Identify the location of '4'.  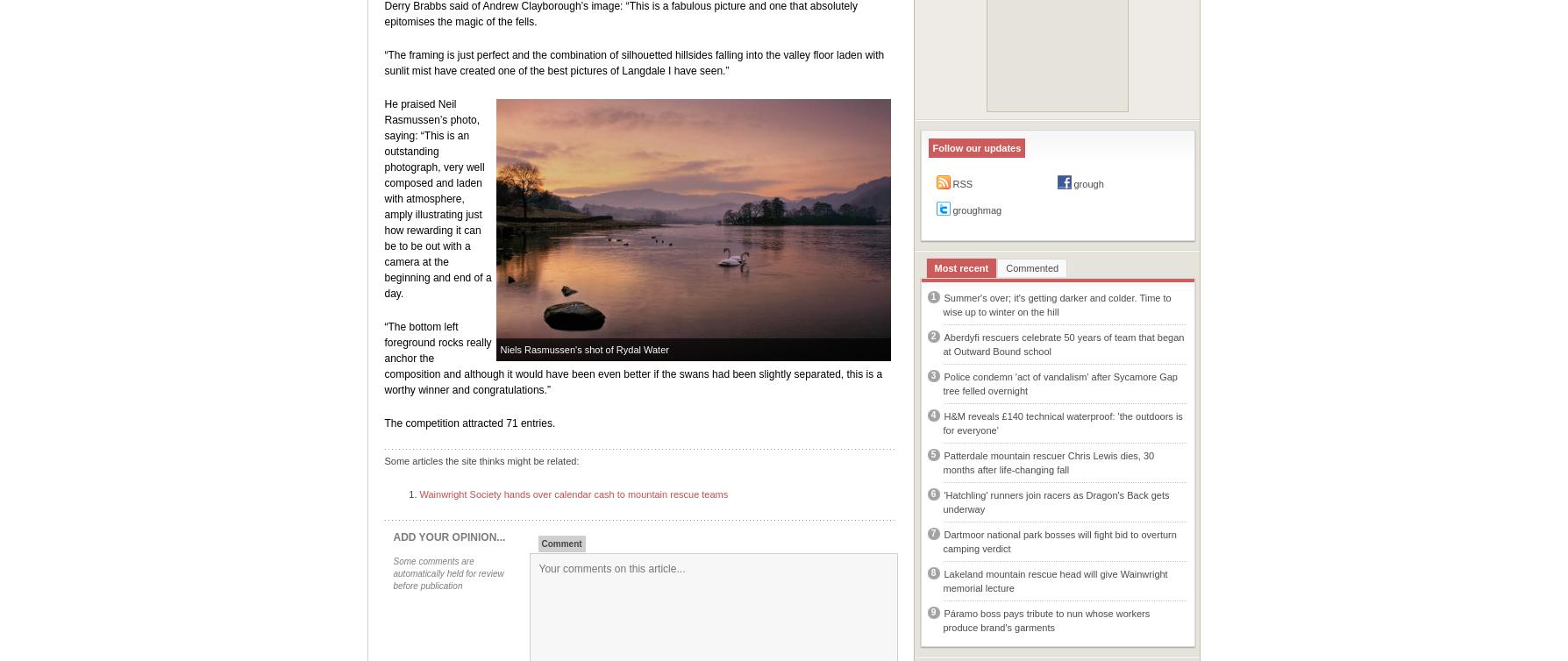
(933, 415).